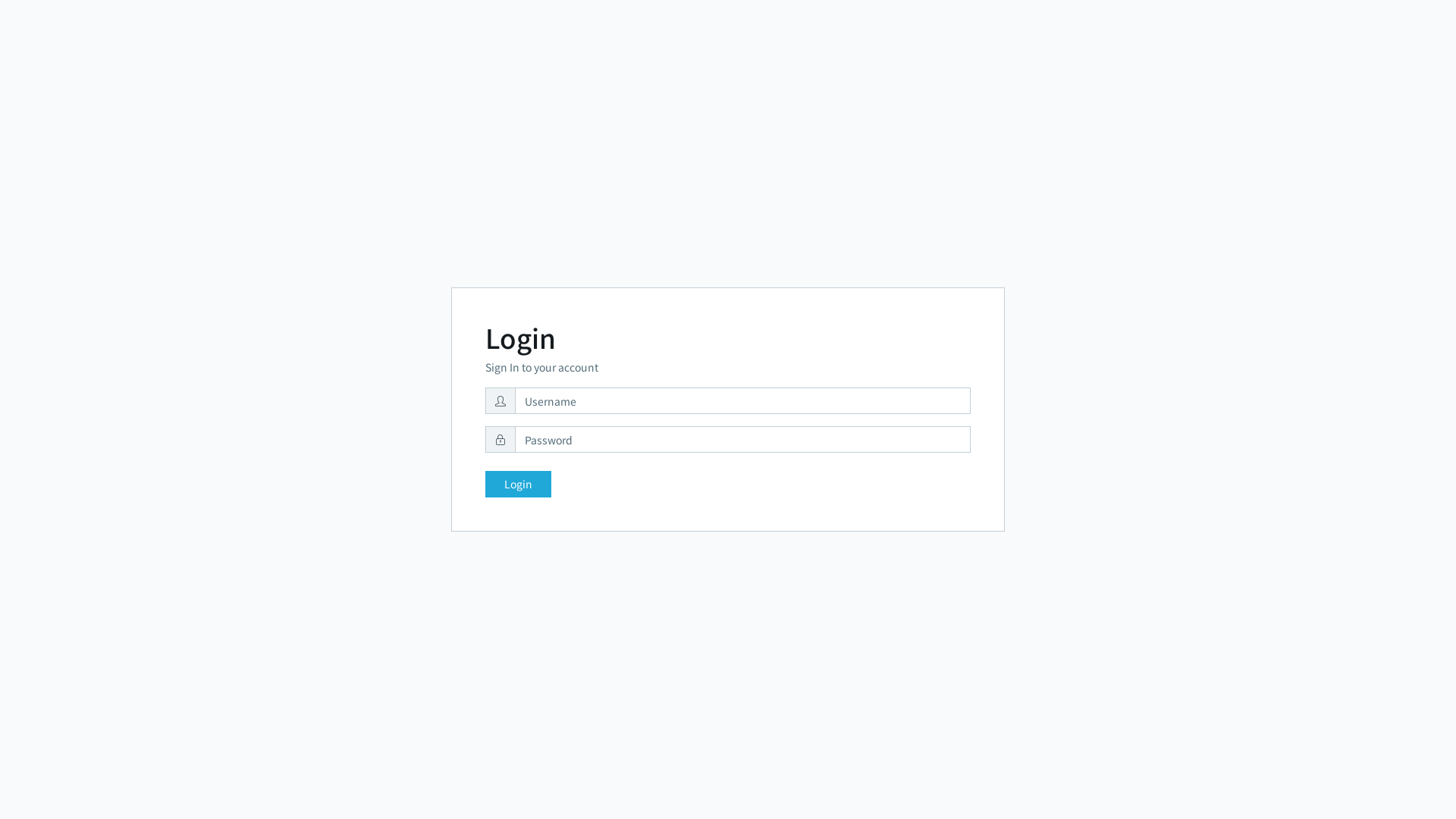  What do you see at coordinates (518, 484) in the screenshot?
I see `'Login'` at bounding box center [518, 484].